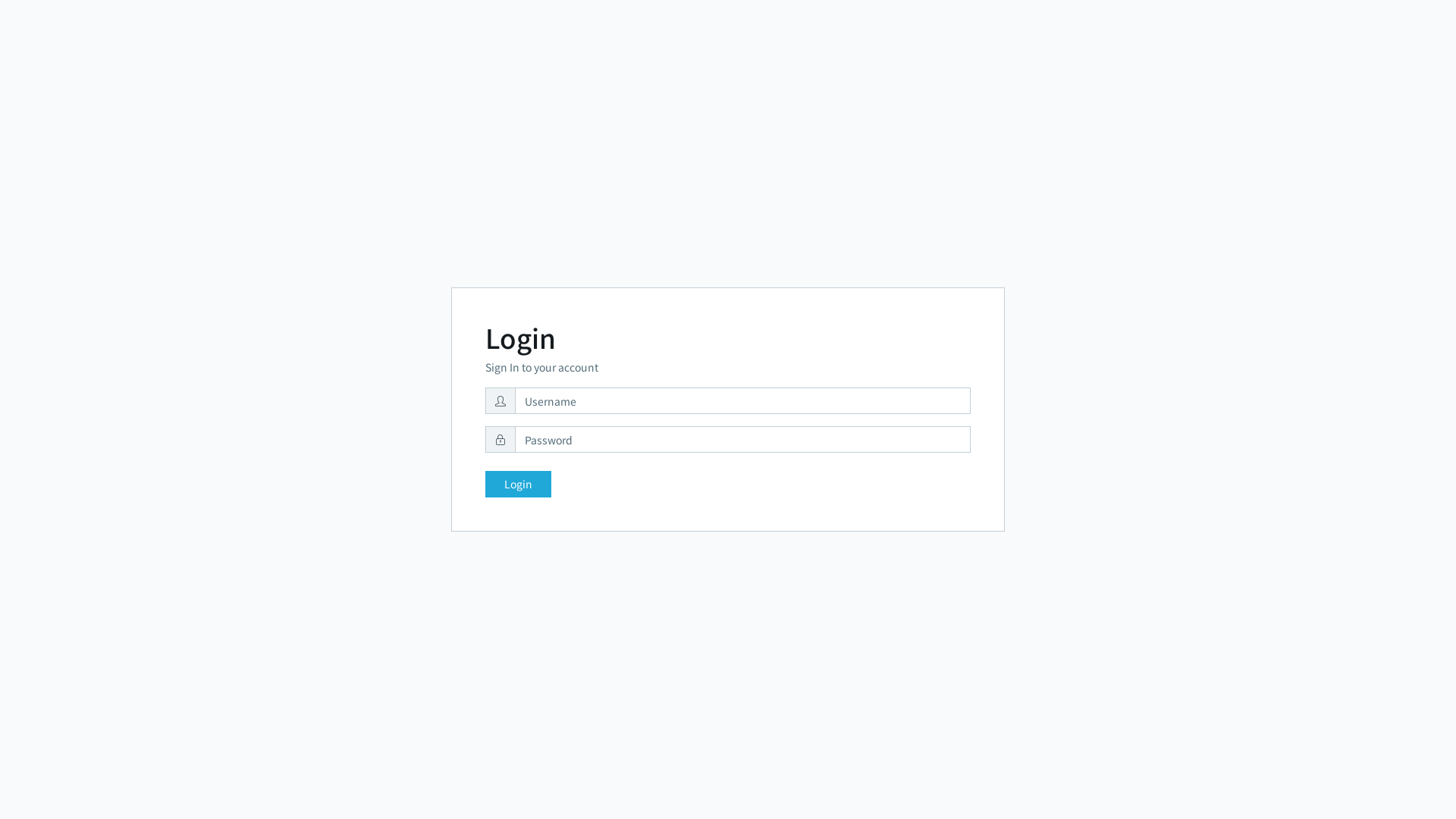  What do you see at coordinates (518, 484) in the screenshot?
I see `'Login'` at bounding box center [518, 484].